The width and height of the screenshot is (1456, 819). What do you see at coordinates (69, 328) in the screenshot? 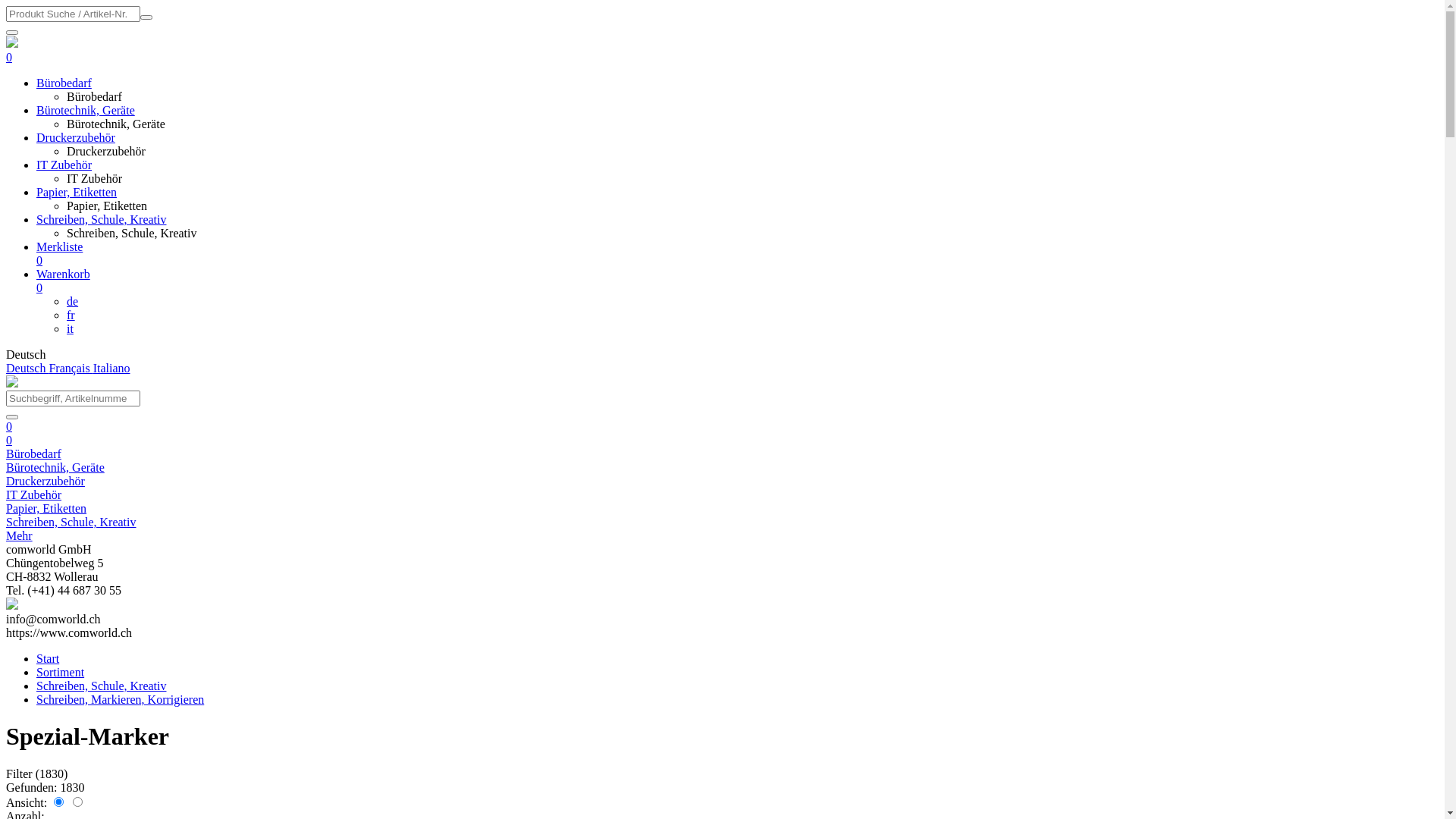
I see `'it'` at bounding box center [69, 328].